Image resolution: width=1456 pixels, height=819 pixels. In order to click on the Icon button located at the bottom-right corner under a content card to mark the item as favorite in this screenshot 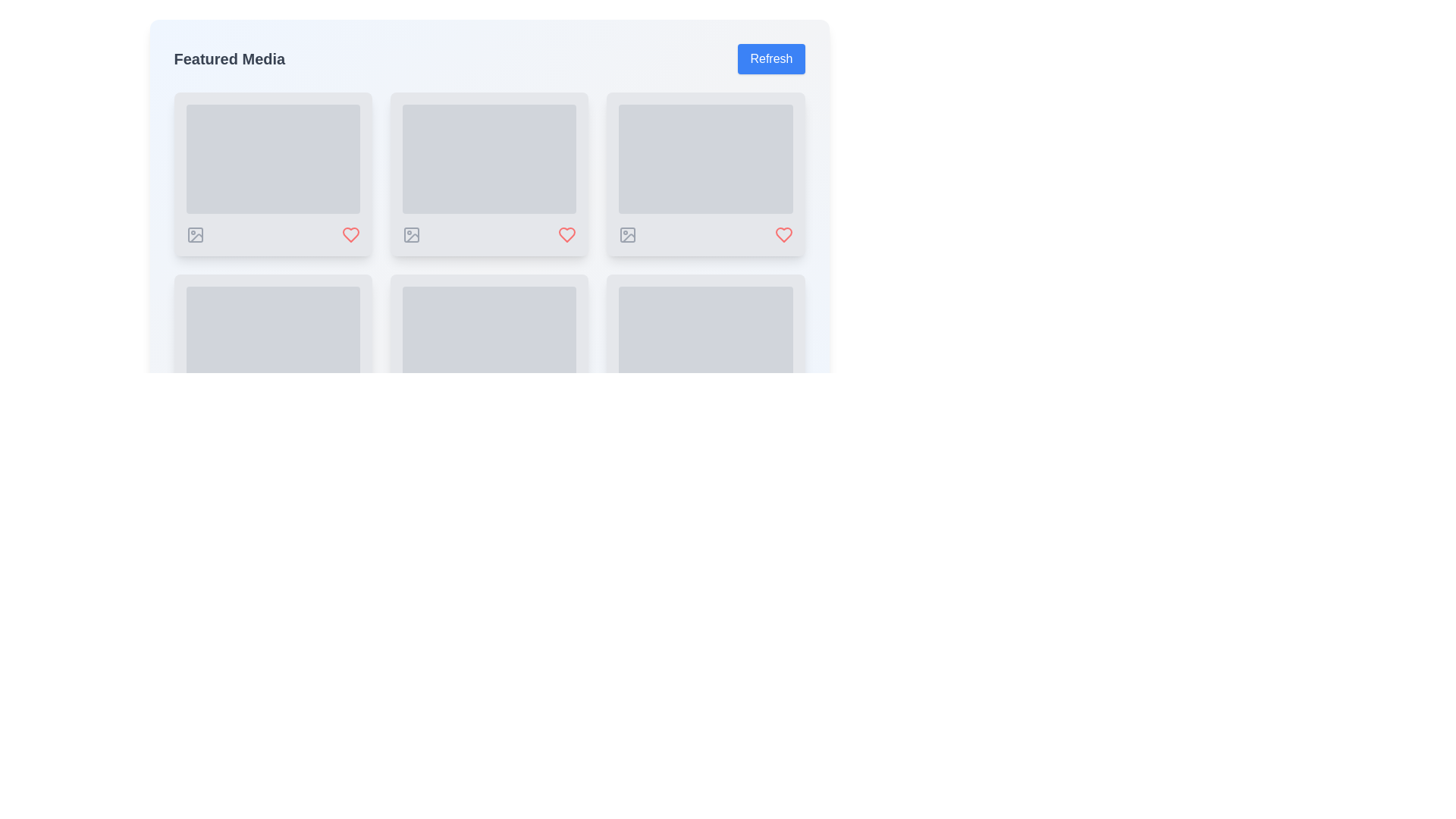, I will do `click(566, 234)`.